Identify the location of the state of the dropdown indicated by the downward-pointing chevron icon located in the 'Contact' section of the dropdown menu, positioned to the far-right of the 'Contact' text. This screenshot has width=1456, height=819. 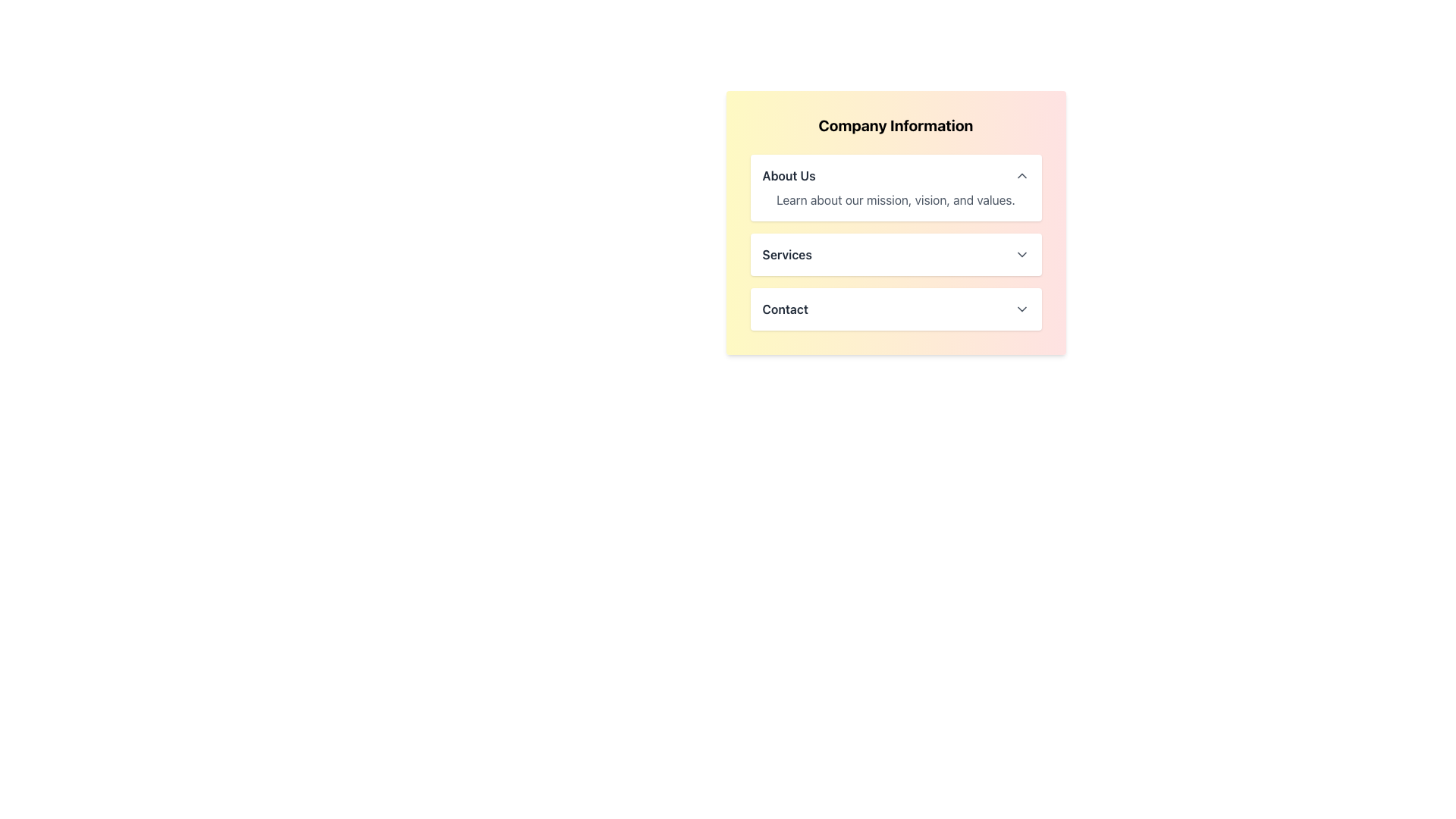
(1021, 309).